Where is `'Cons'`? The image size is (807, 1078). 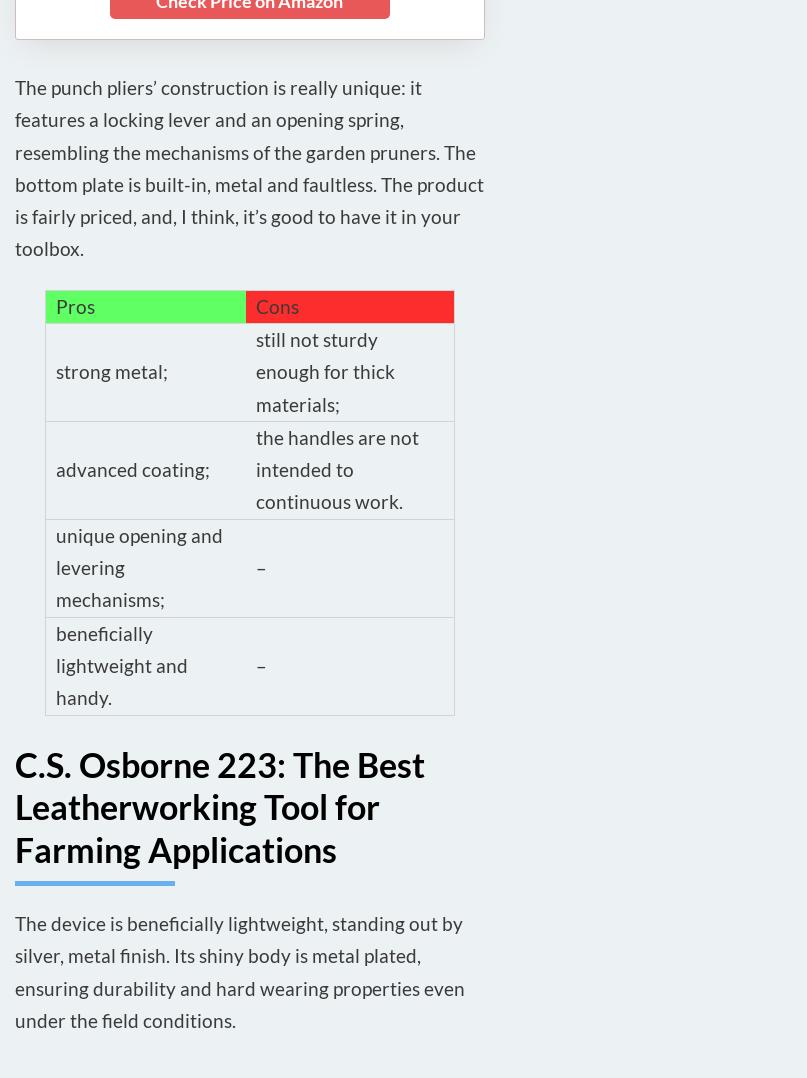 'Cons' is located at coordinates (254, 305).